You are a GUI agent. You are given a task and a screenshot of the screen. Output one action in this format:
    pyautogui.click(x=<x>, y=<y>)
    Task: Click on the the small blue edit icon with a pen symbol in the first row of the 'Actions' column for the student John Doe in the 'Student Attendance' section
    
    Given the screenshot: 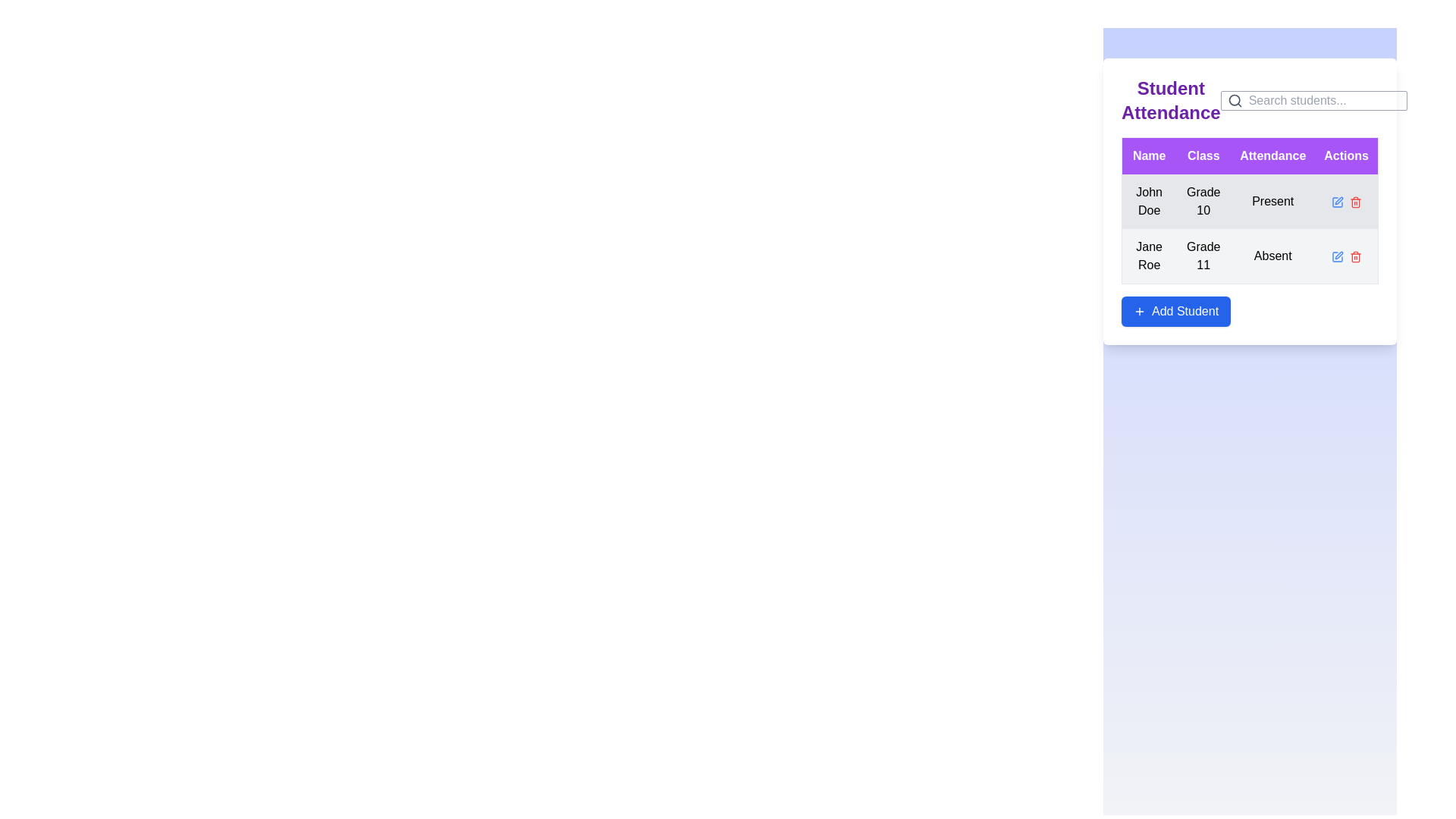 What is the action you would take?
    pyautogui.click(x=1337, y=201)
    